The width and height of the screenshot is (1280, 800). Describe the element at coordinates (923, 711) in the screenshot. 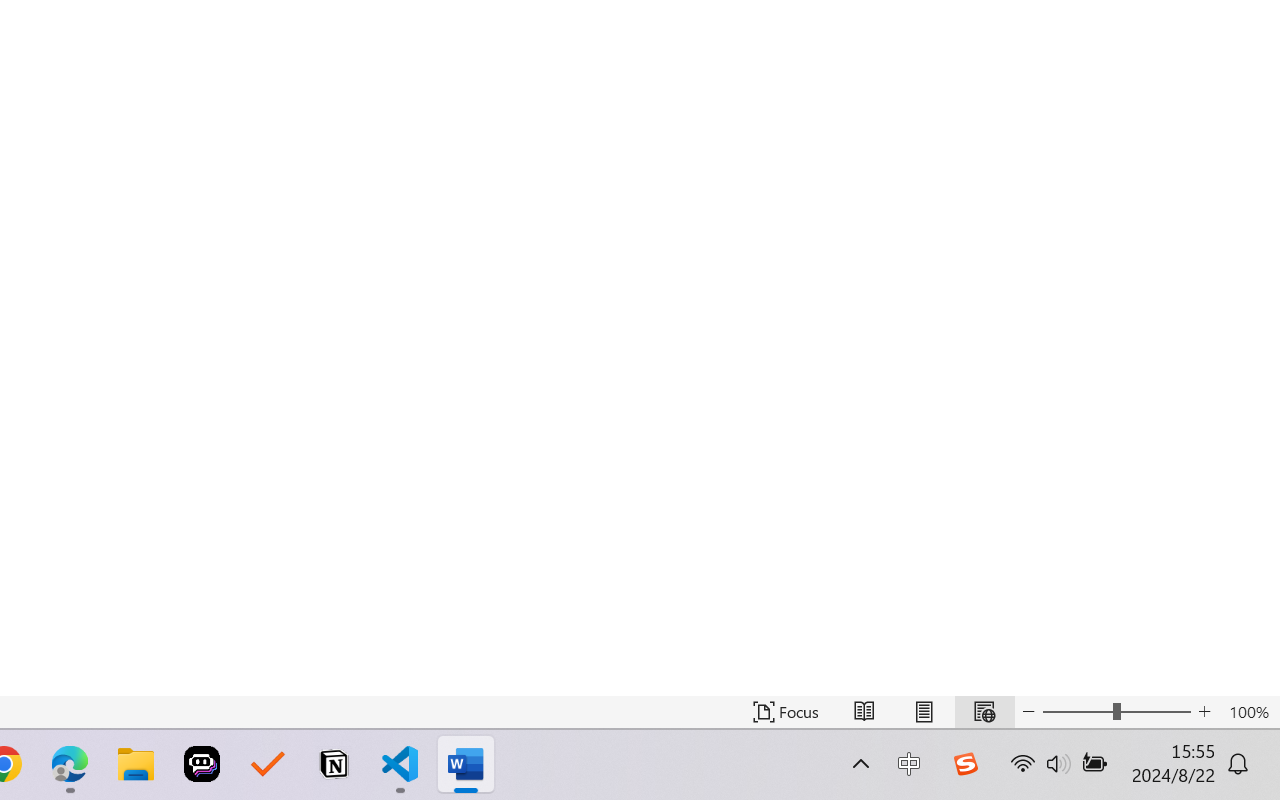

I see `'Print Layout'` at that location.